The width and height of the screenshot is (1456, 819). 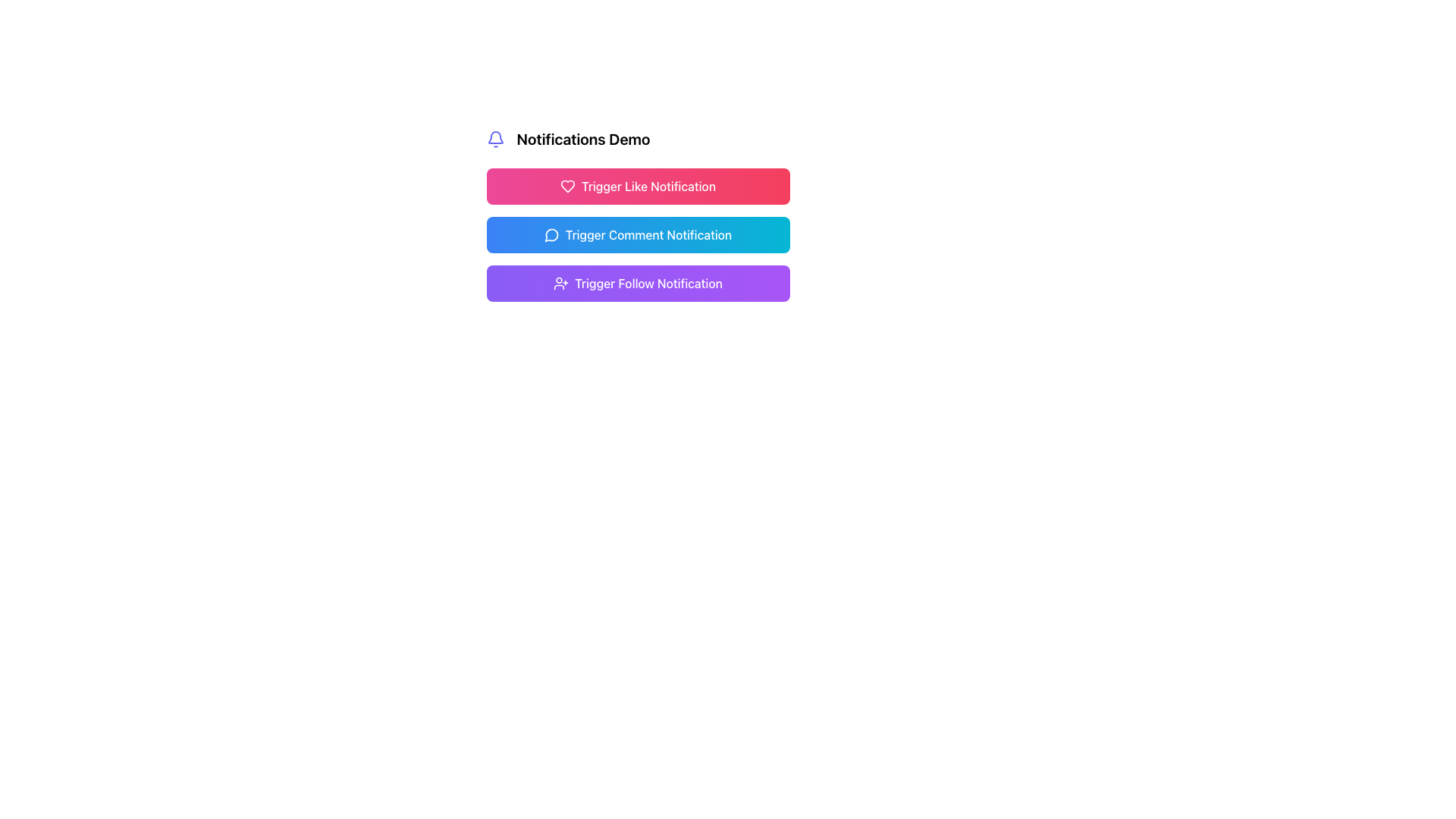 What do you see at coordinates (566, 186) in the screenshot?
I see `the heart icon located on the left side of the topmost button with a red to pink gradient background, to trigger the tooltip or visual feedback` at bounding box center [566, 186].